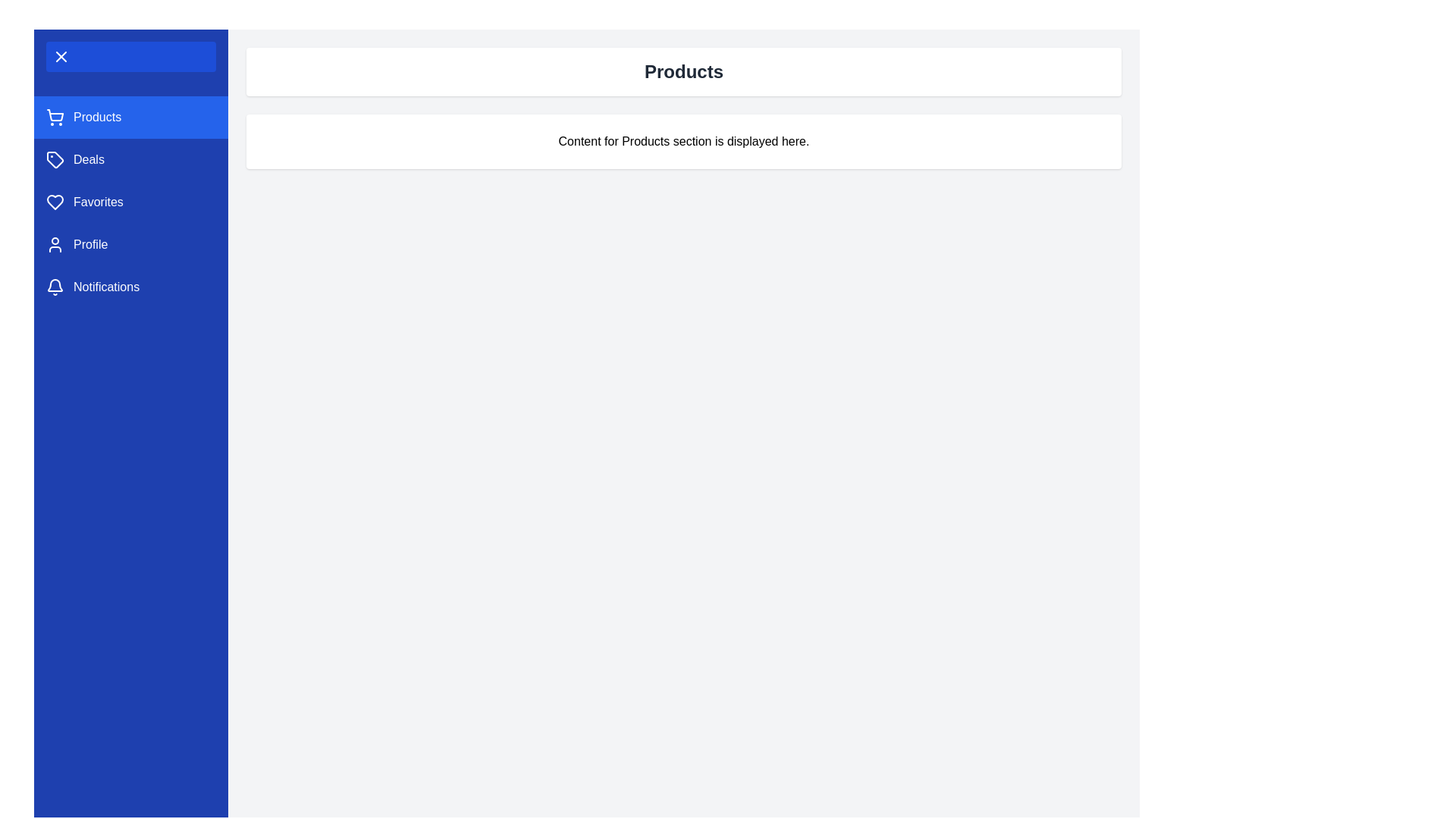  I want to click on the close or dismiss button for the sidebar, which is located in the top-left corner of the interface within a blue rectangle, so click(61, 55).